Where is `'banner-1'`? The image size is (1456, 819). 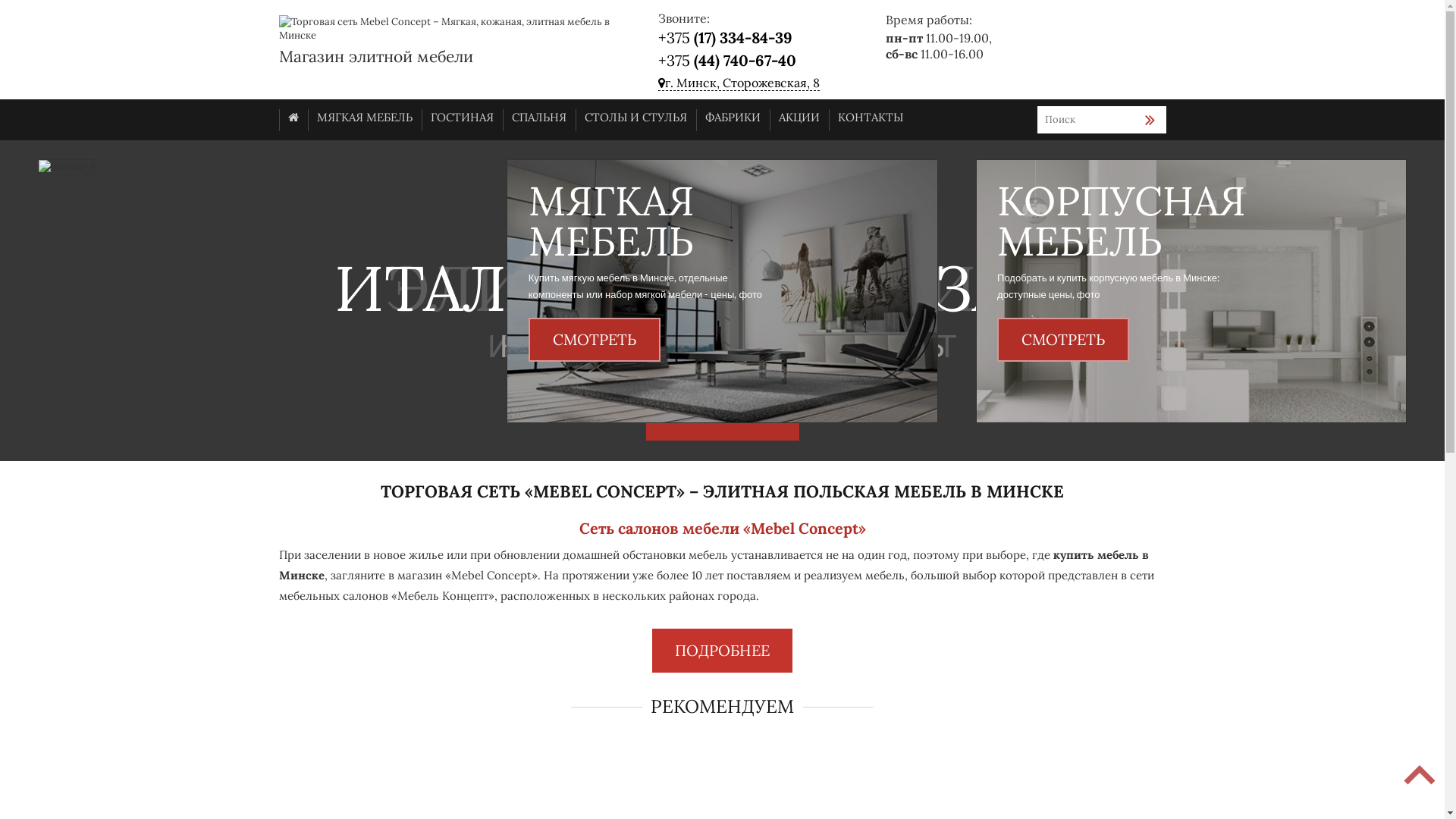
'banner-1' is located at coordinates (720, 291).